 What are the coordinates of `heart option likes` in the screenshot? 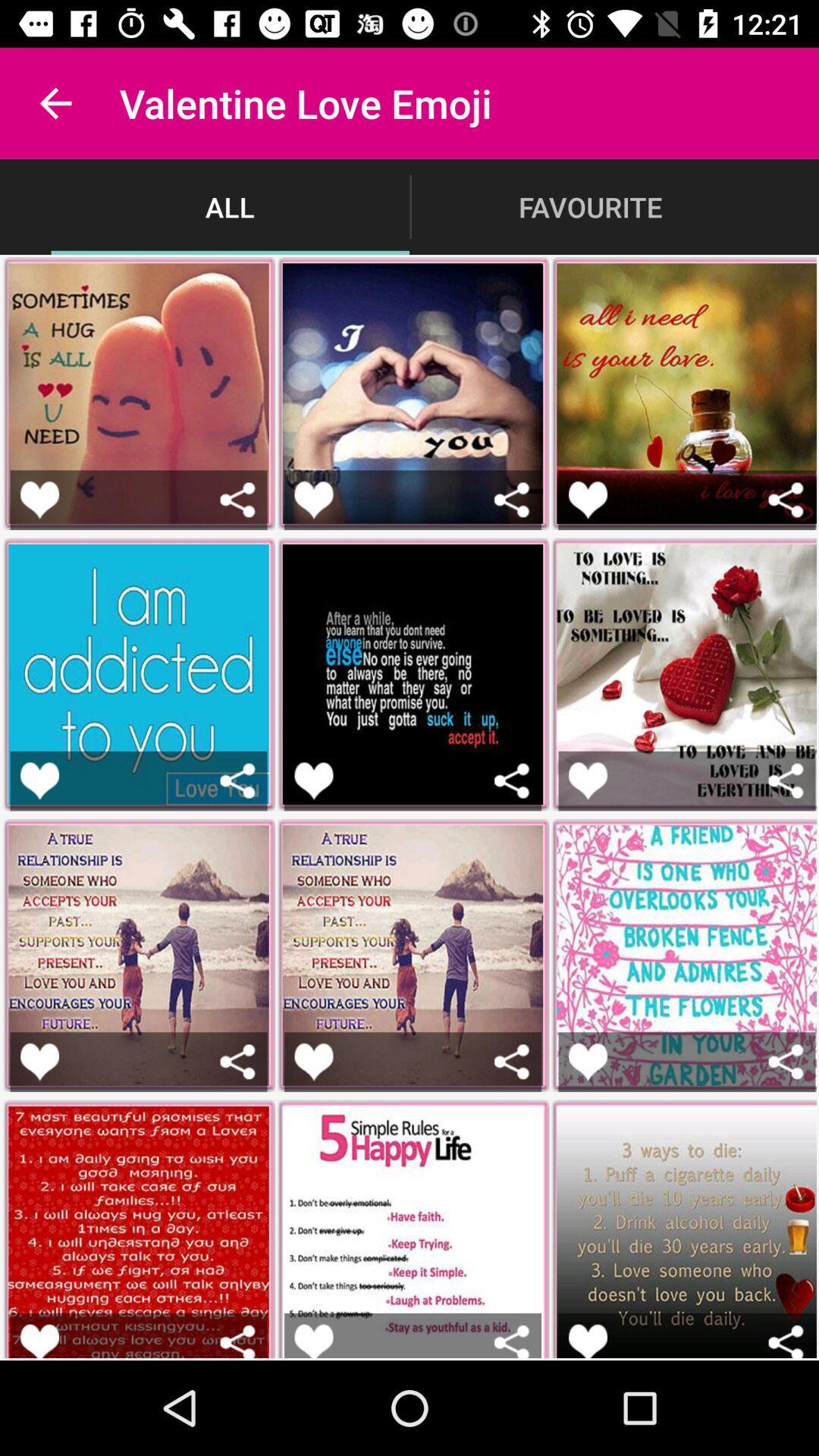 It's located at (587, 500).